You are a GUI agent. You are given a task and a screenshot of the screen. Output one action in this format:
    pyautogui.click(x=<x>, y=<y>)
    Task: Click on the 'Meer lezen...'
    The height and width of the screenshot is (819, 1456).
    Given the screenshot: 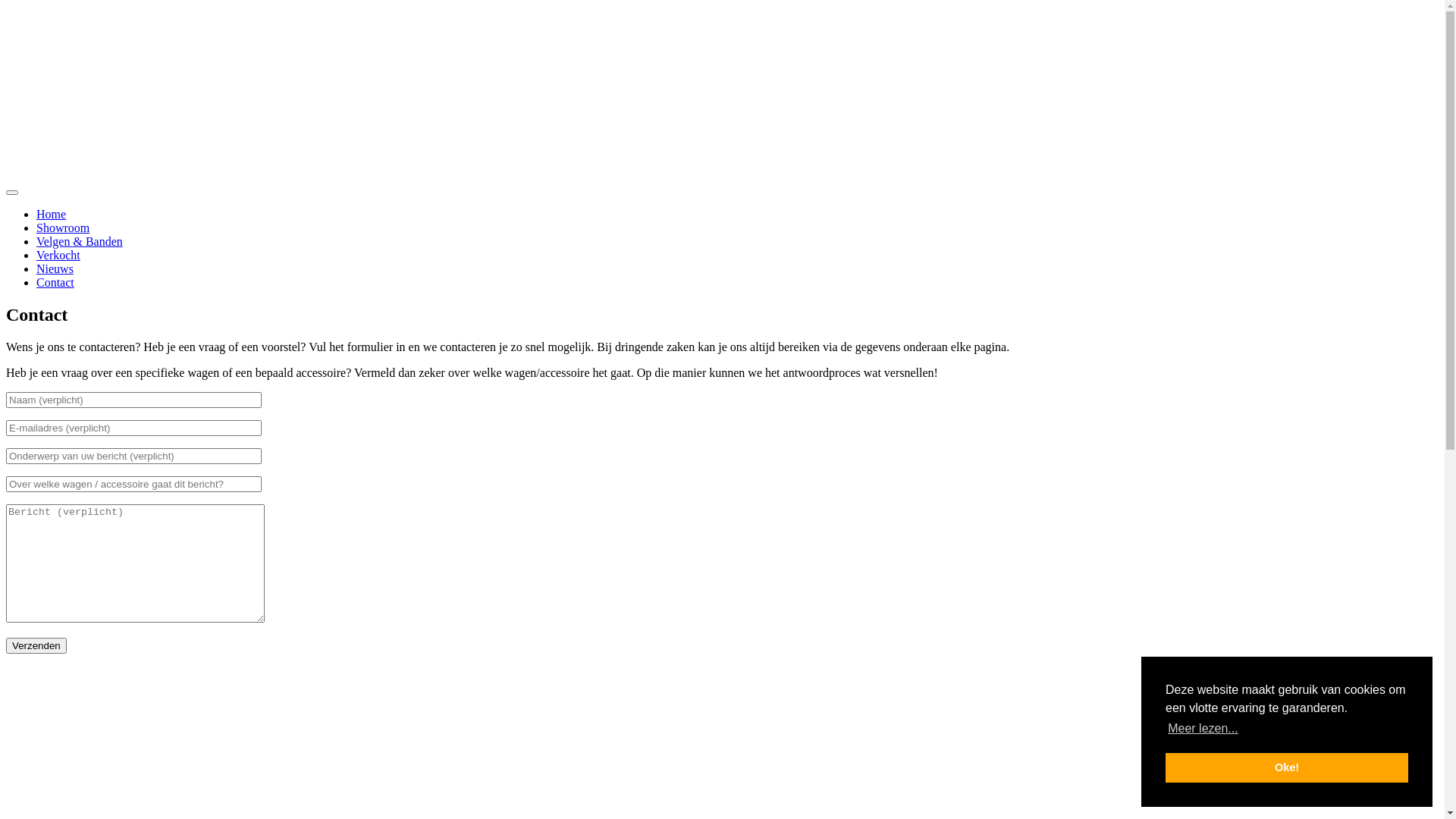 What is the action you would take?
    pyautogui.click(x=1202, y=727)
    